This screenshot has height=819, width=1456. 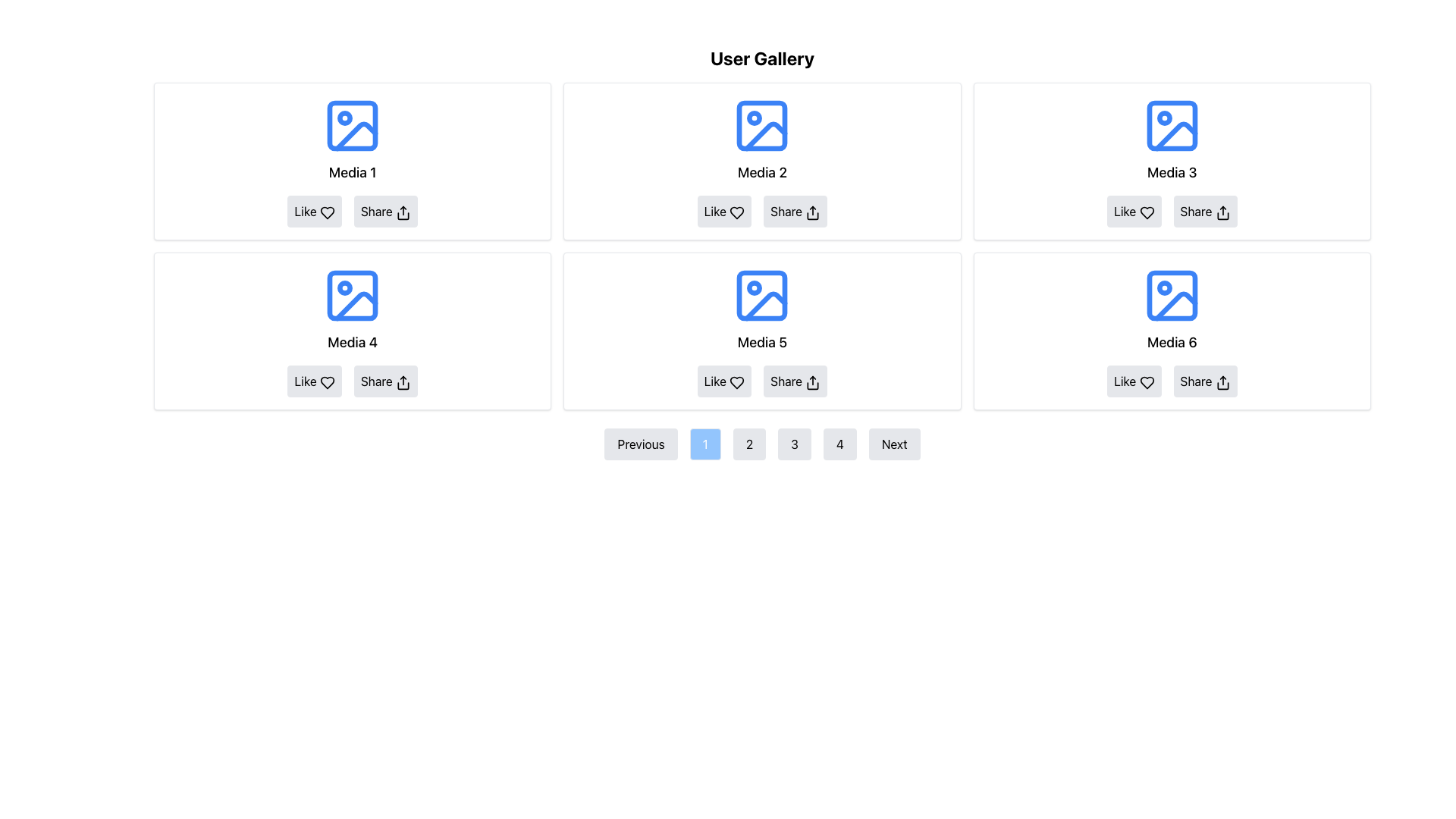 I want to click on the blue icon with a square frame and a circular dot, located at the top-center of the second card in the first row, above the text 'Media 2', so click(x=762, y=124).